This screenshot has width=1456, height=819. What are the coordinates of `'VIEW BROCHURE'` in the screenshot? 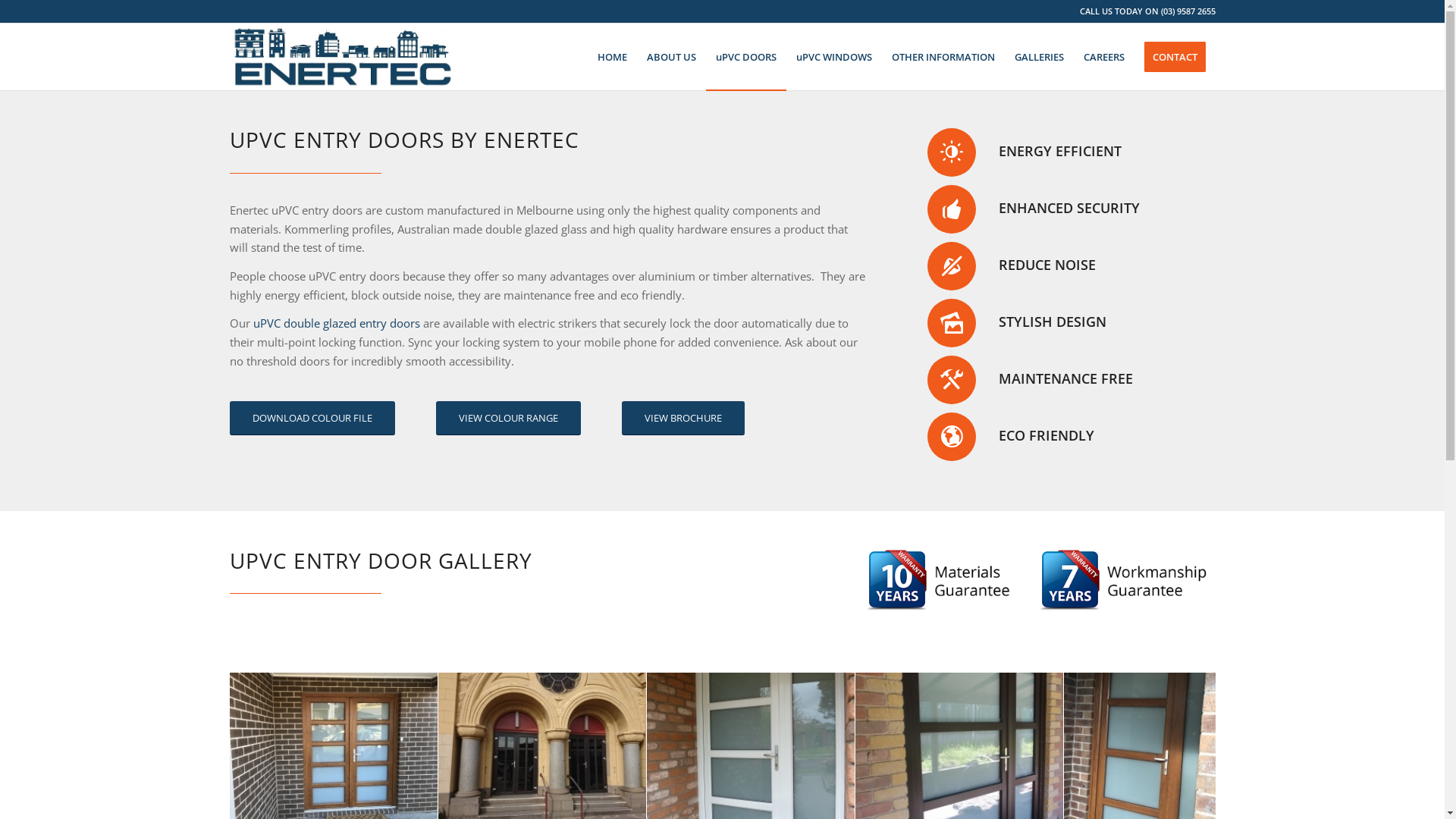 It's located at (682, 418).